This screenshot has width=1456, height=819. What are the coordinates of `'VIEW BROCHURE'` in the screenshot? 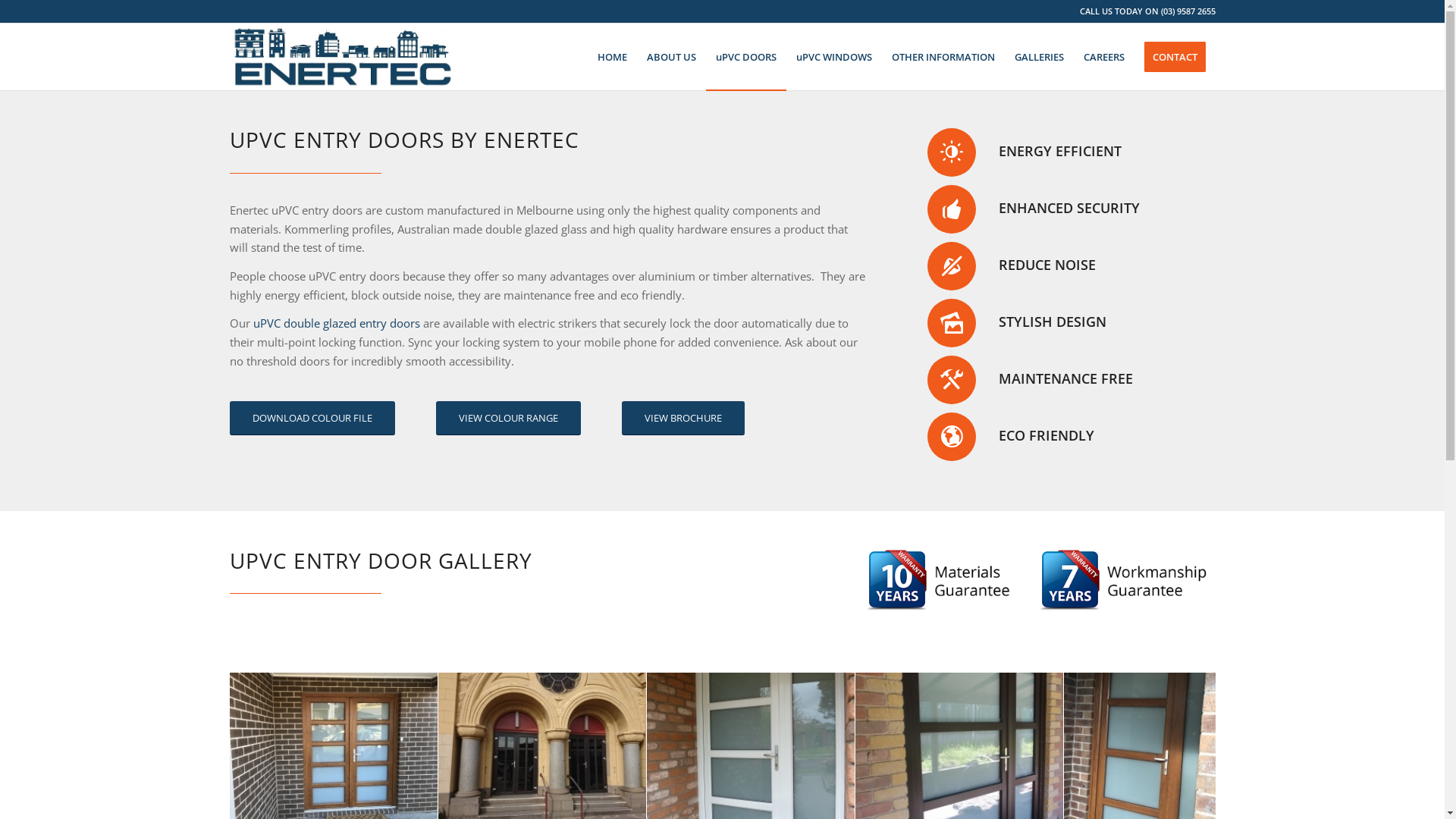 It's located at (682, 418).